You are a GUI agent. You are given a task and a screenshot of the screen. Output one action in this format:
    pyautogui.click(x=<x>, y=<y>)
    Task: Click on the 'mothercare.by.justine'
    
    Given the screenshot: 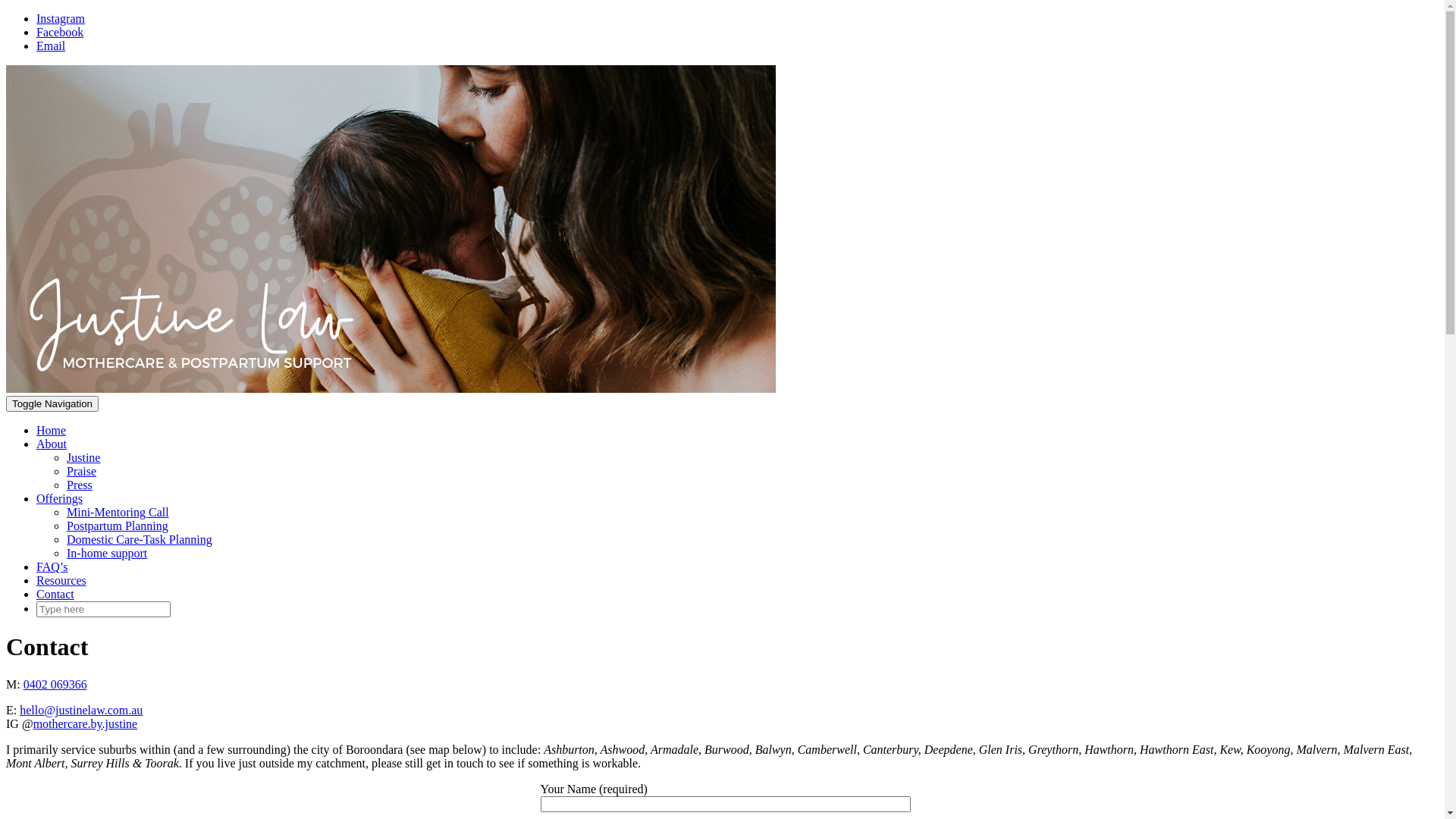 What is the action you would take?
    pyautogui.click(x=85, y=723)
    